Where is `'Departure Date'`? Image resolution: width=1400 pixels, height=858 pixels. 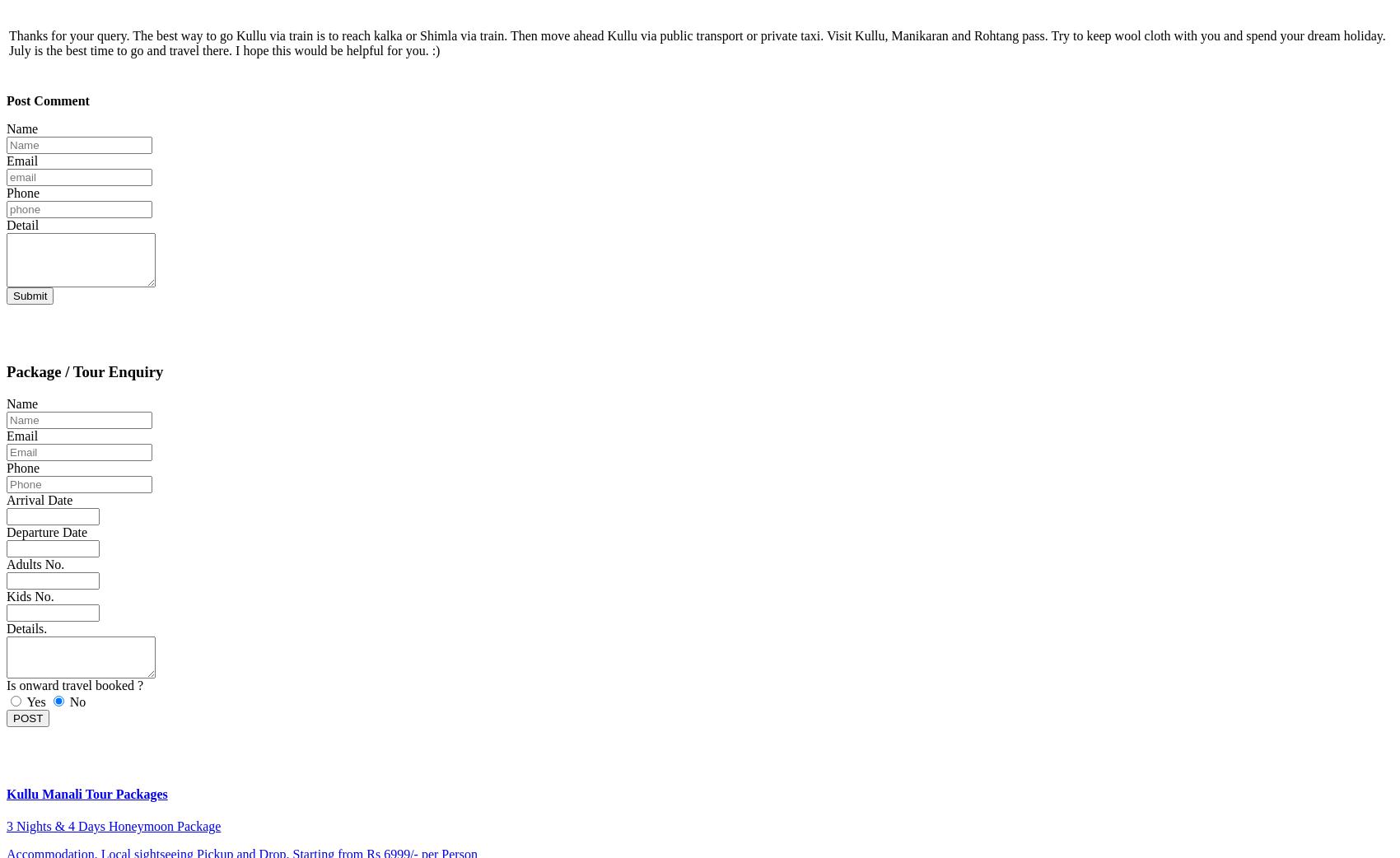 'Departure Date' is located at coordinates (46, 531).